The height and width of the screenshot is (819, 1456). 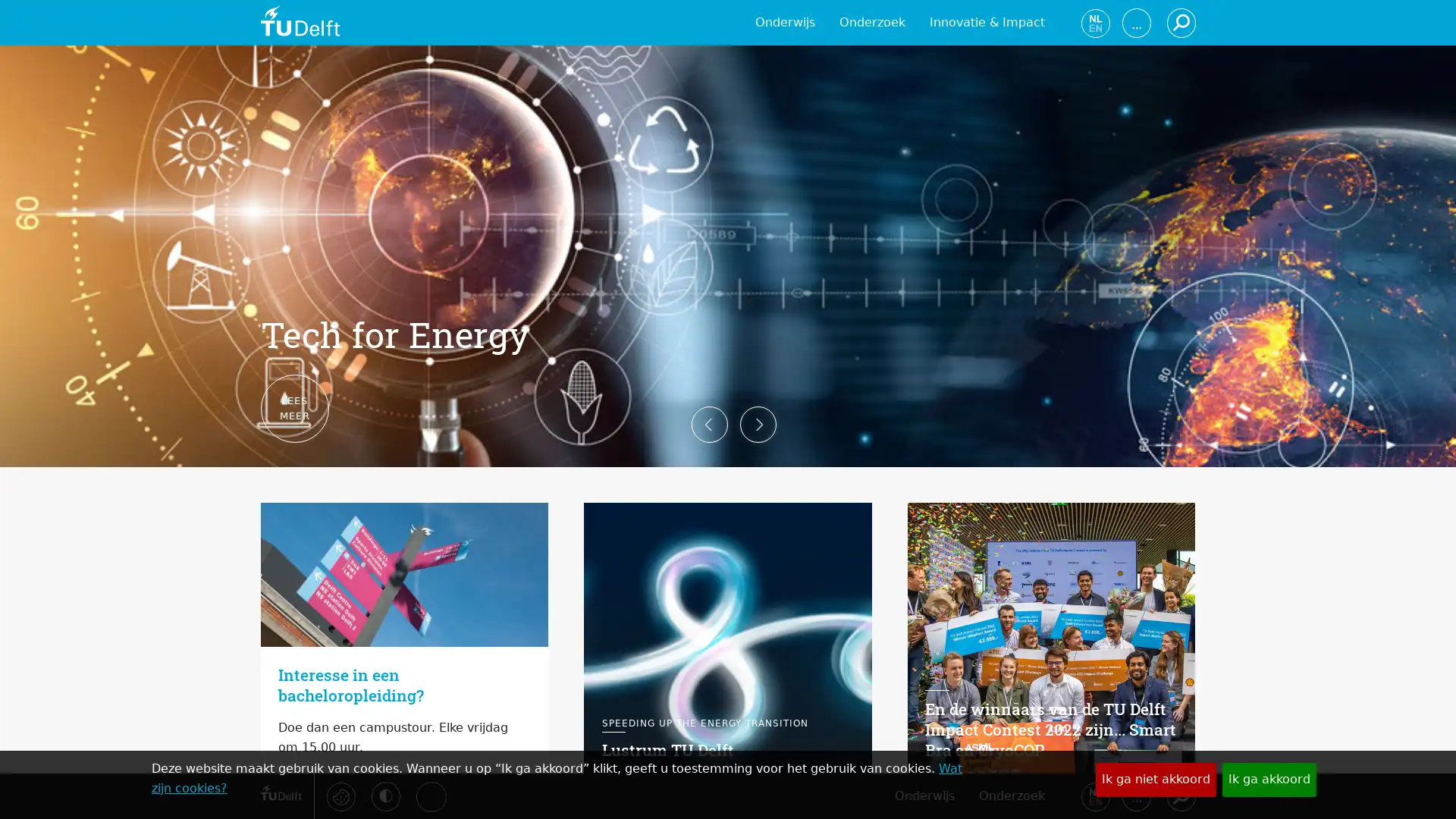 I want to click on Ga naar volgend item, so click(x=1219, y=409).